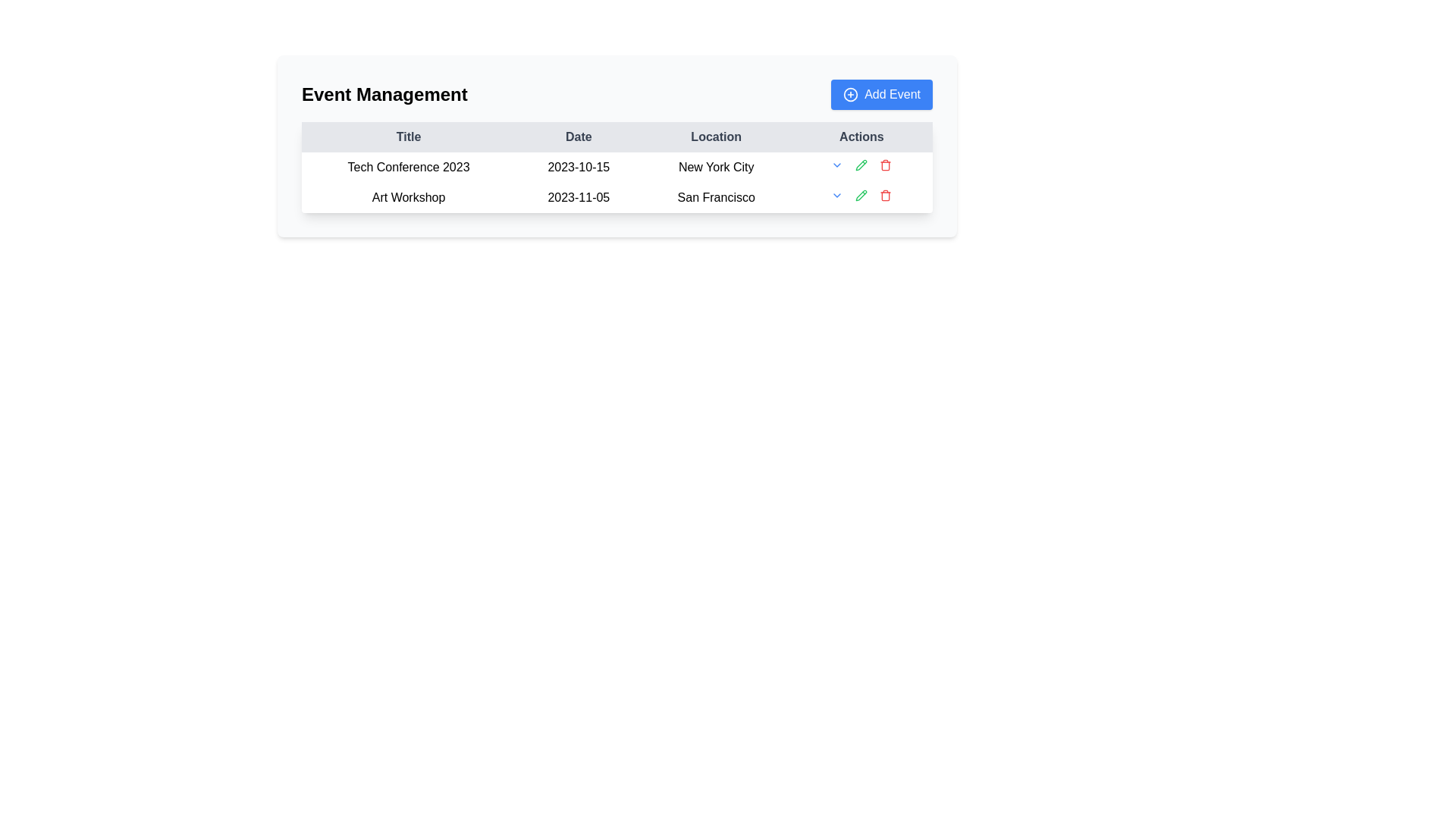  I want to click on the delete button in the 'Actions' column of the first row in the table to initiate the delete action, so click(886, 165).